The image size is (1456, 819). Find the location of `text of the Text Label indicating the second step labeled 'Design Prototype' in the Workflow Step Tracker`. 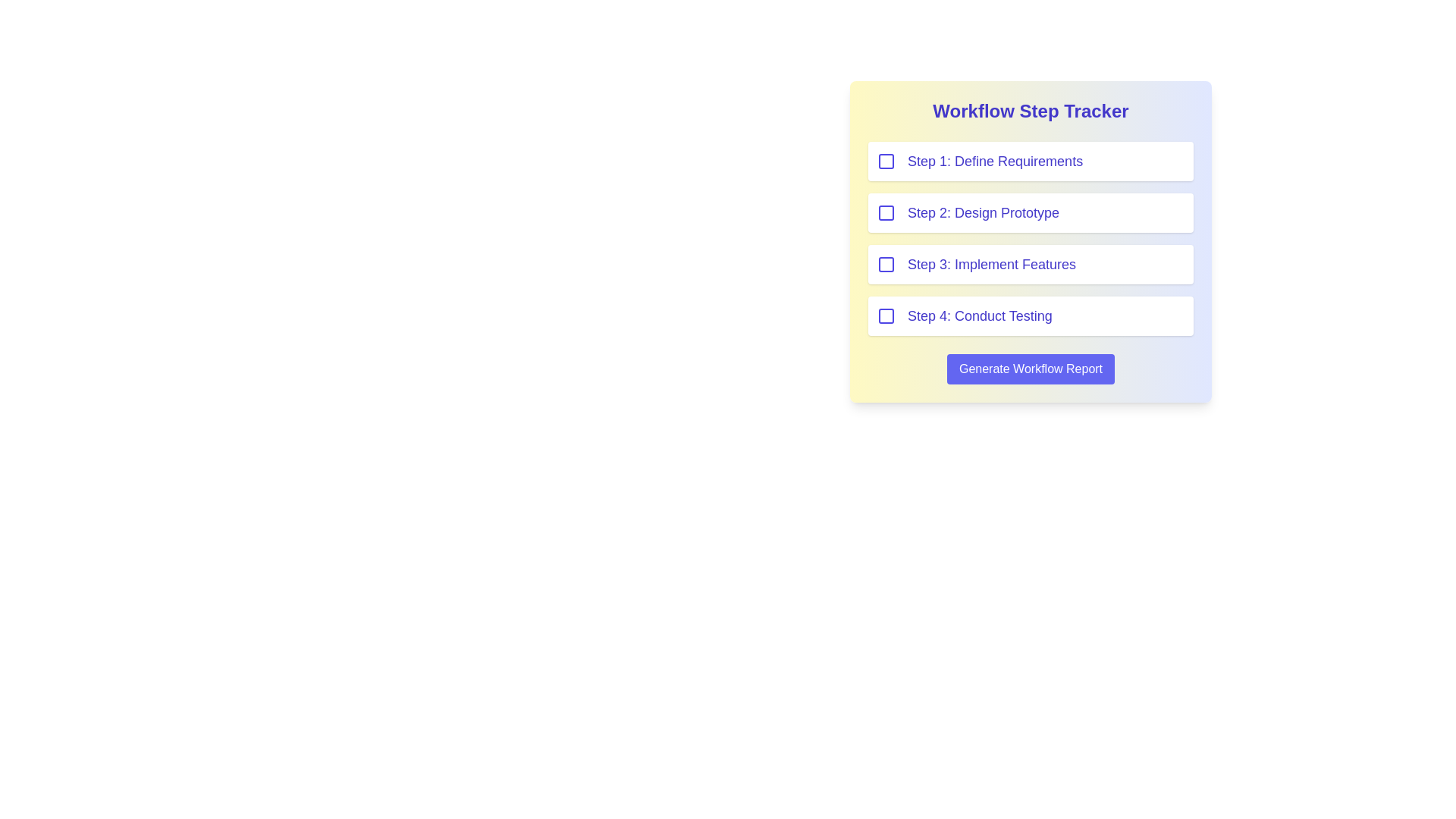

text of the Text Label indicating the second step labeled 'Design Prototype' in the Workflow Step Tracker is located at coordinates (1031, 213).